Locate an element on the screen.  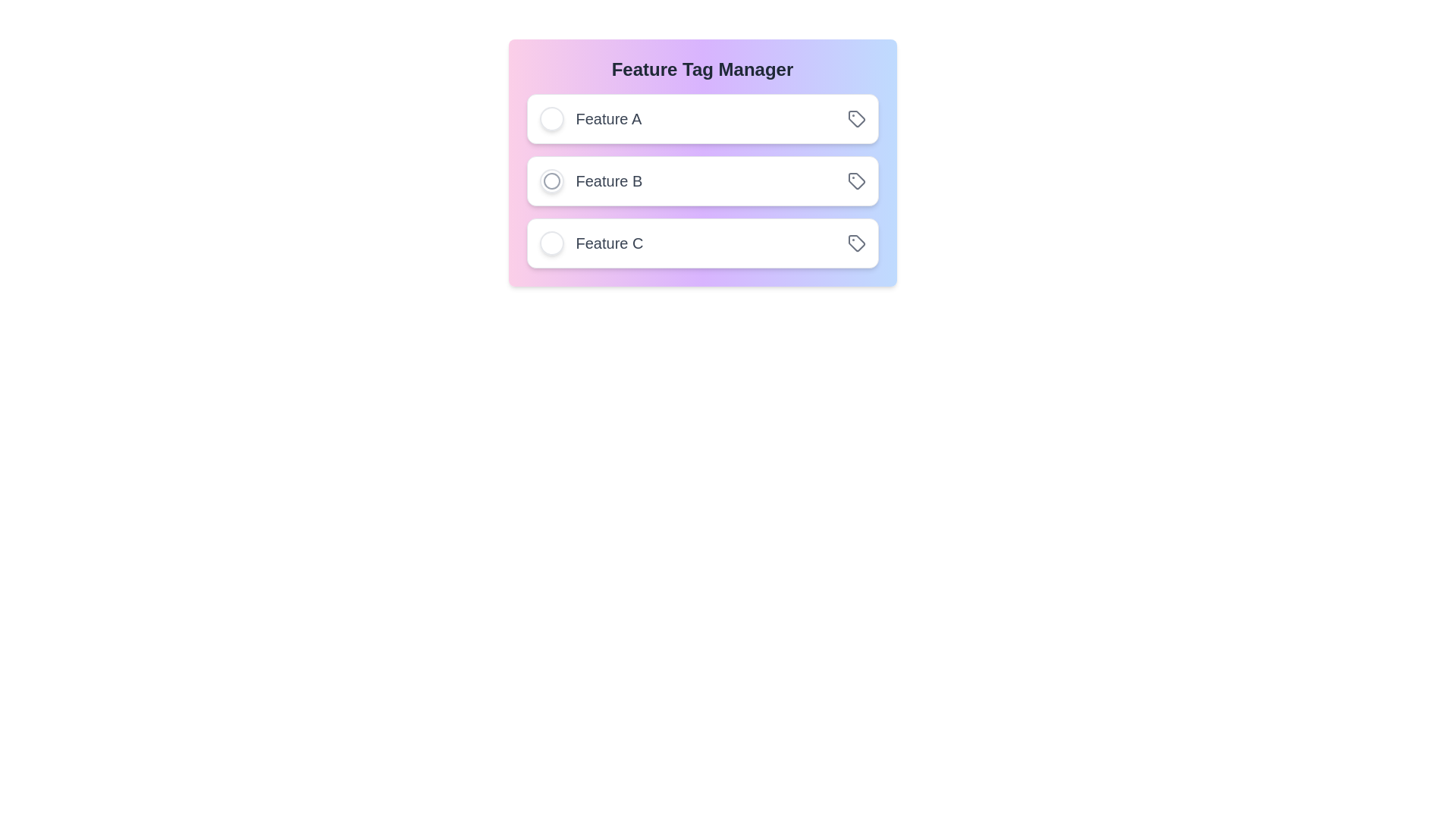
circular part of the checkbox for 'Feature B' to analyze its styling properties is located at coordinates (551, 180).